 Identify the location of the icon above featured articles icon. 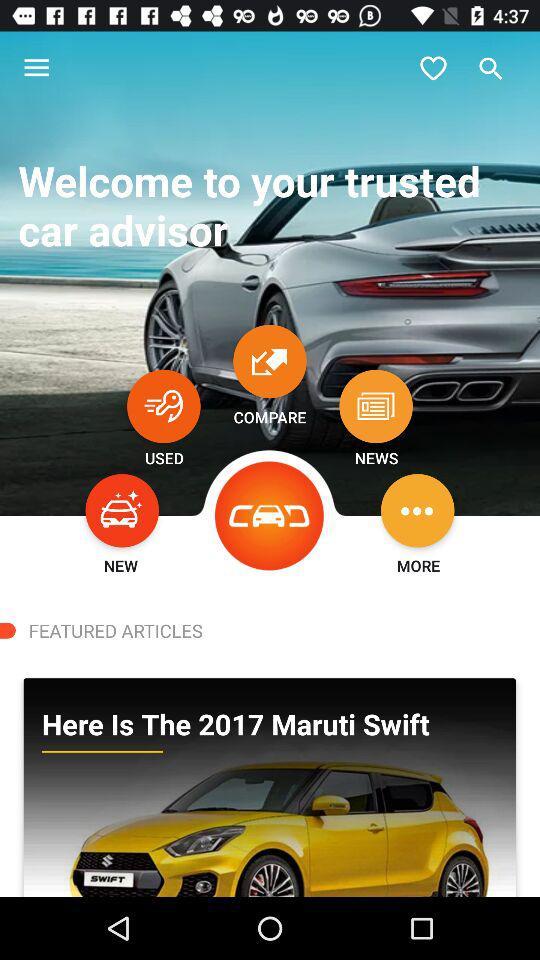
(270, 515).